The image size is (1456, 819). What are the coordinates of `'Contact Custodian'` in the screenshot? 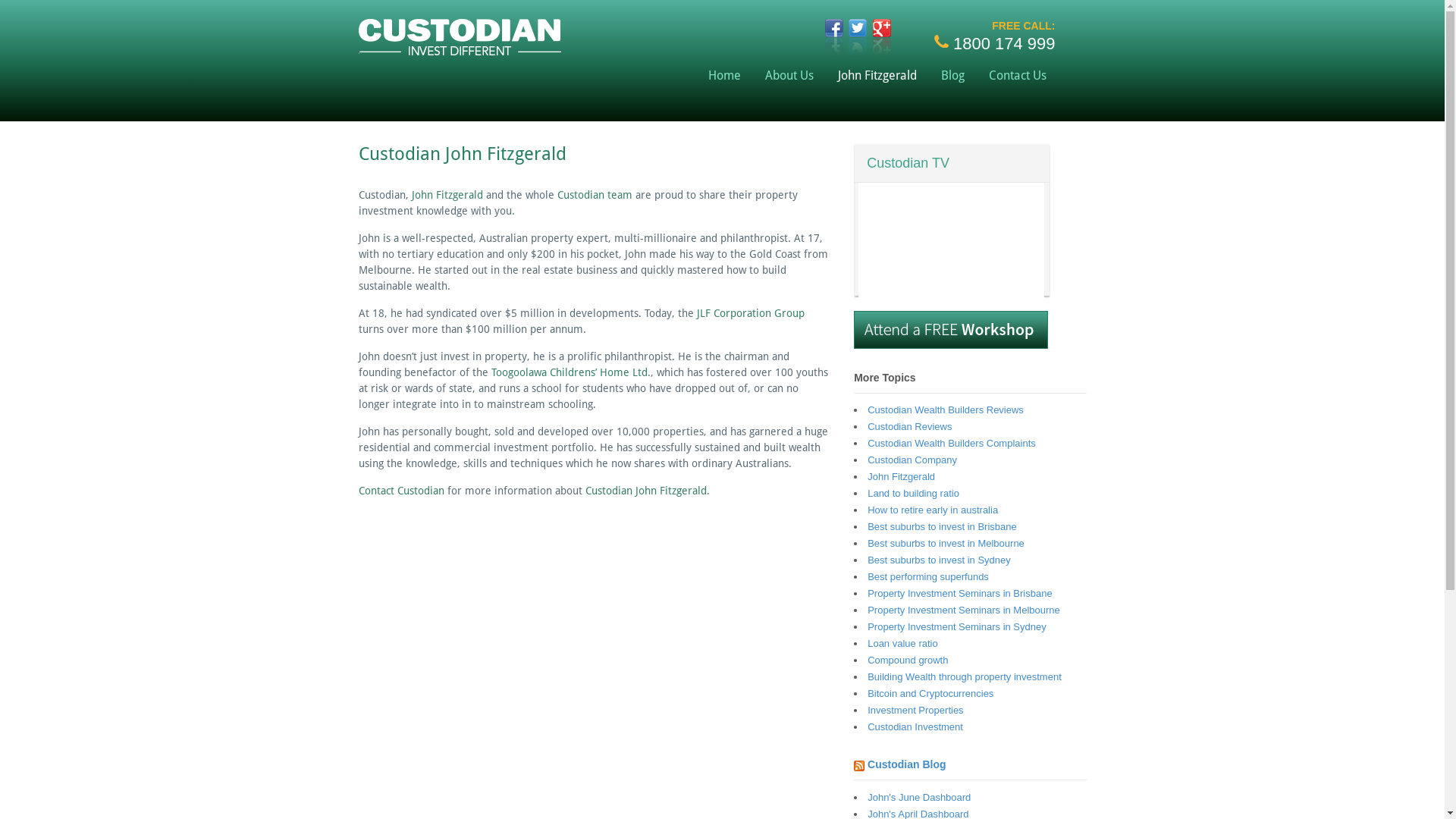 It's located at (400, 491).